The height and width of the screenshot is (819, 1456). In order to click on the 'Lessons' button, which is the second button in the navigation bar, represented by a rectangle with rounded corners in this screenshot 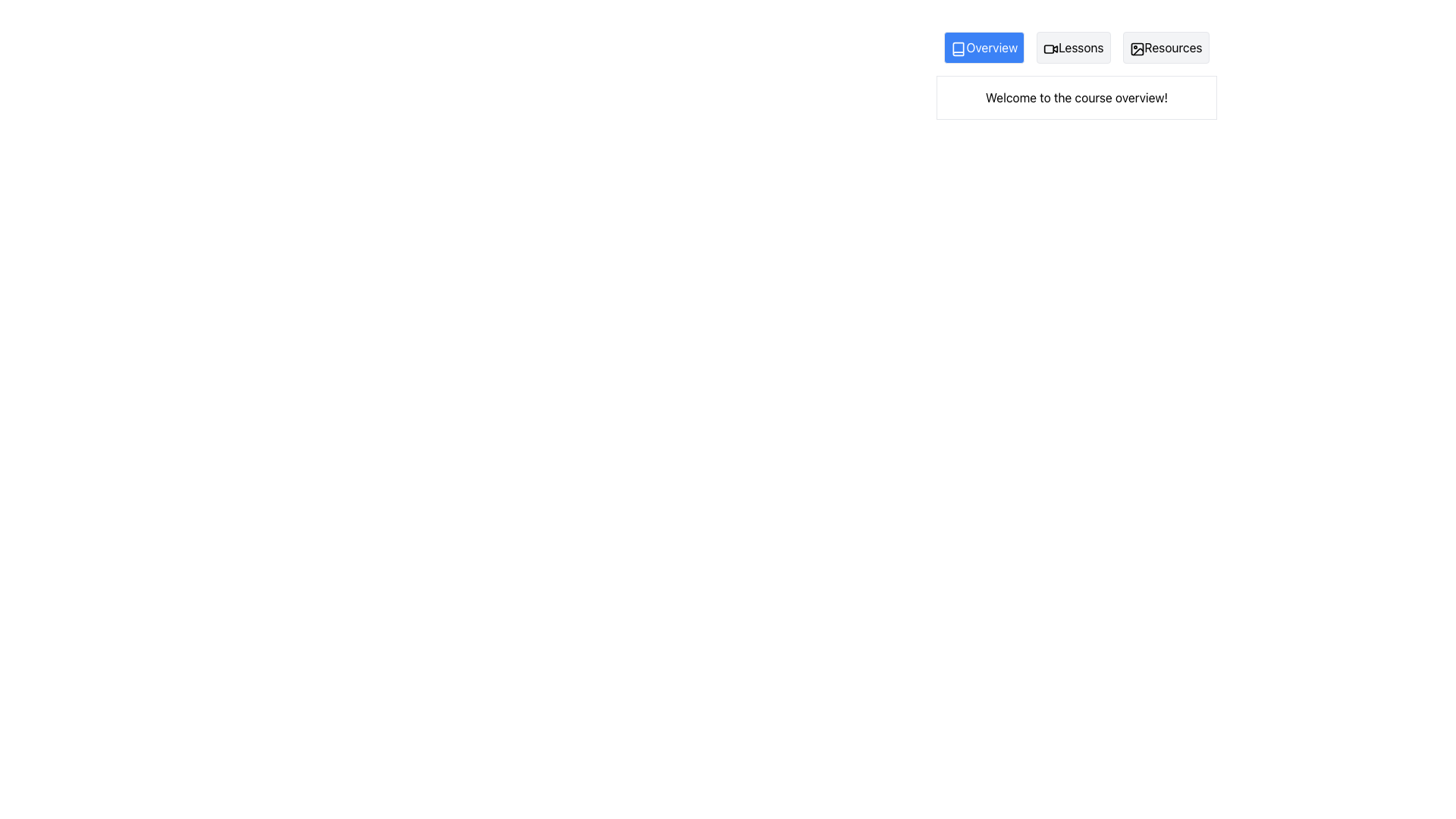, I will do `click(1048, 48)`.